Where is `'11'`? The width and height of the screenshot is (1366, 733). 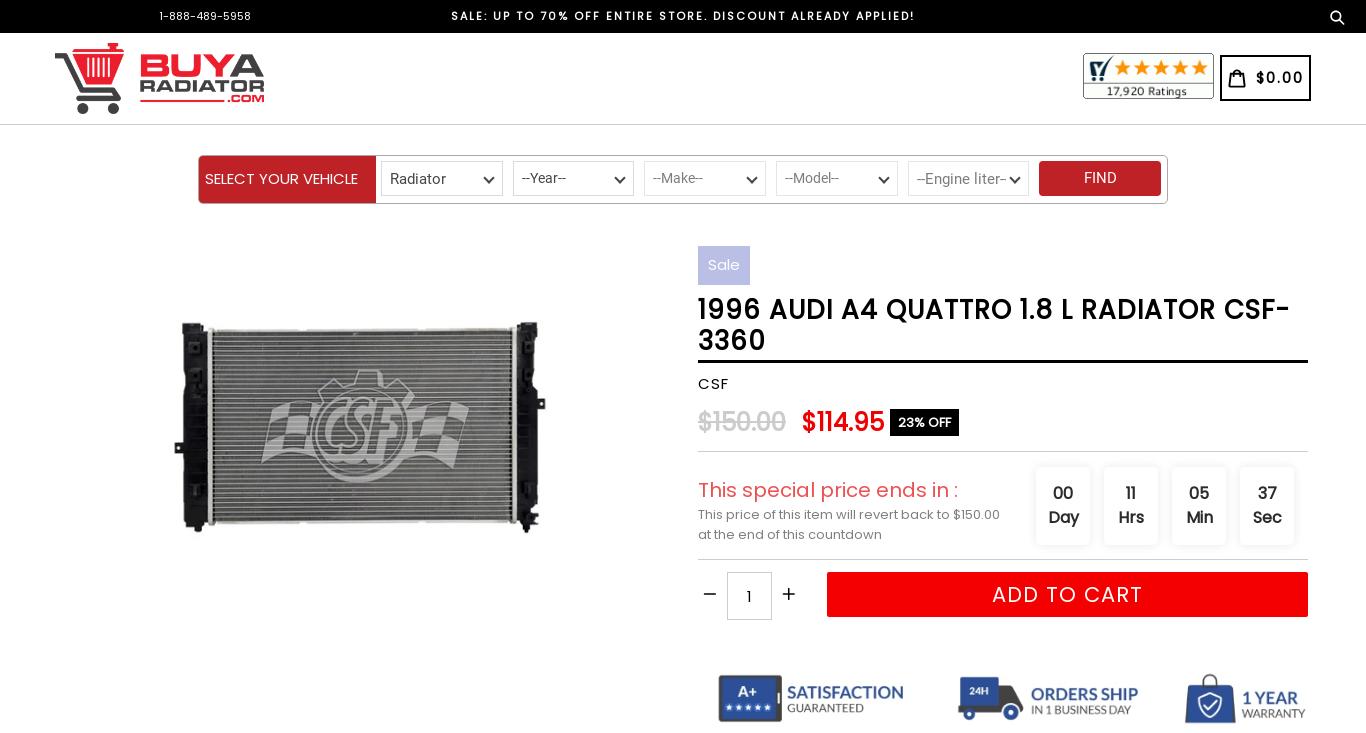
'11' is located at coordinates (1130, 492).